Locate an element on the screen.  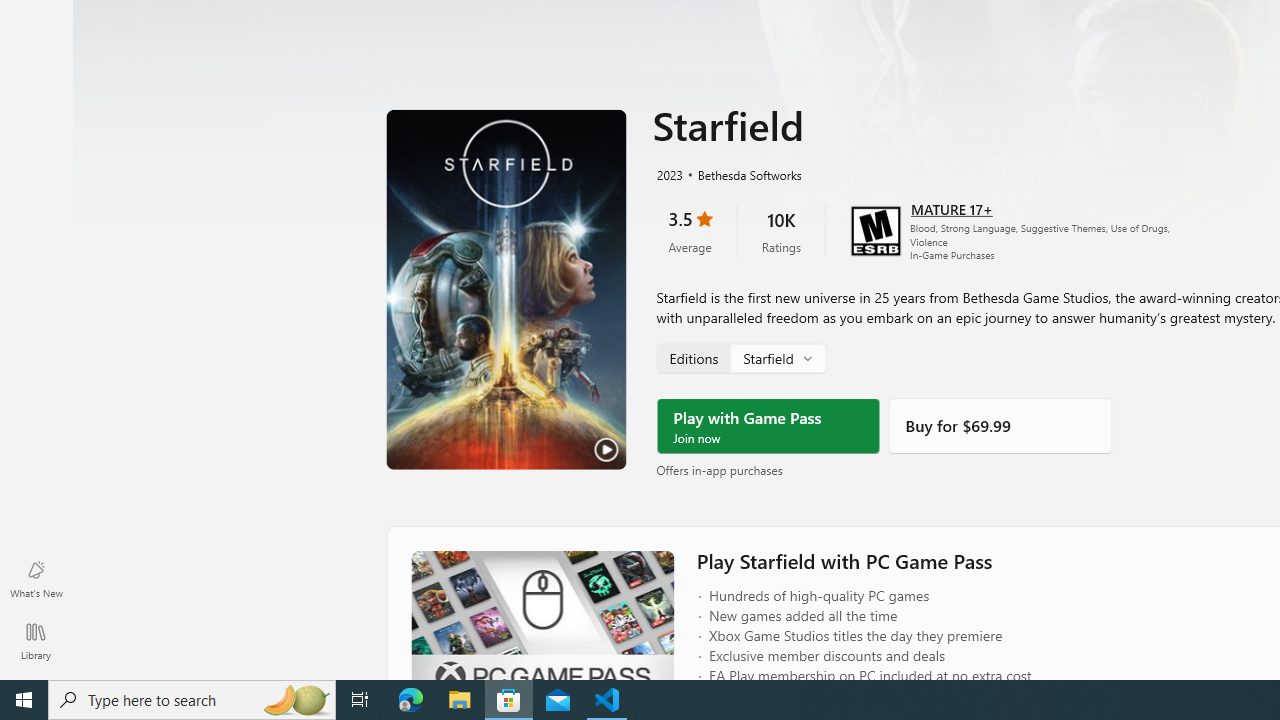
'Age rating: MATURE 17+. Click for more information.' is located at coordinates (950, 208).